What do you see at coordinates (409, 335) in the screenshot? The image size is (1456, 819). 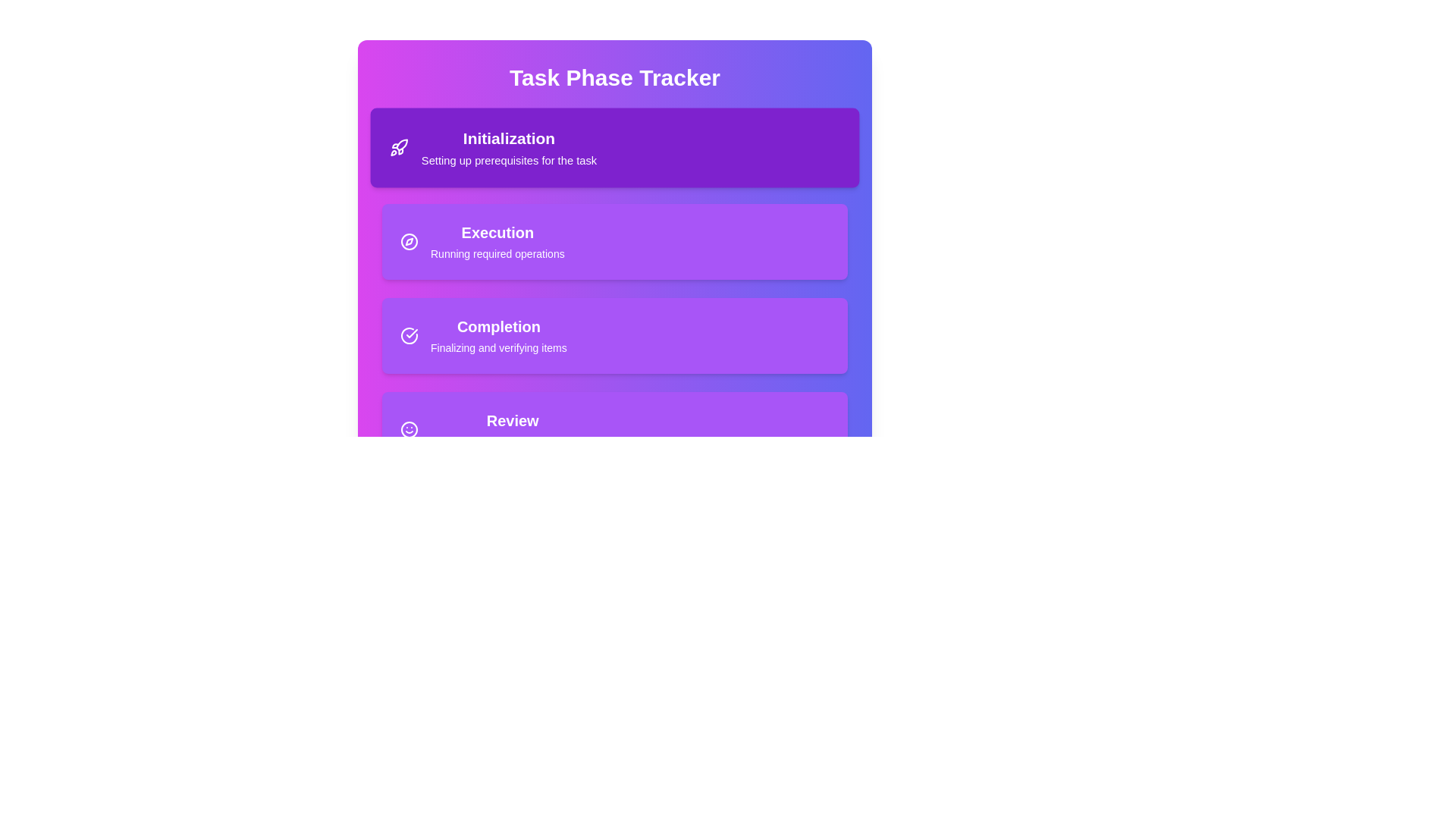 I see `the circular icon with a checkmark located to the left of the 'Completion' title within a purple box` at bounding box center [409, 335].